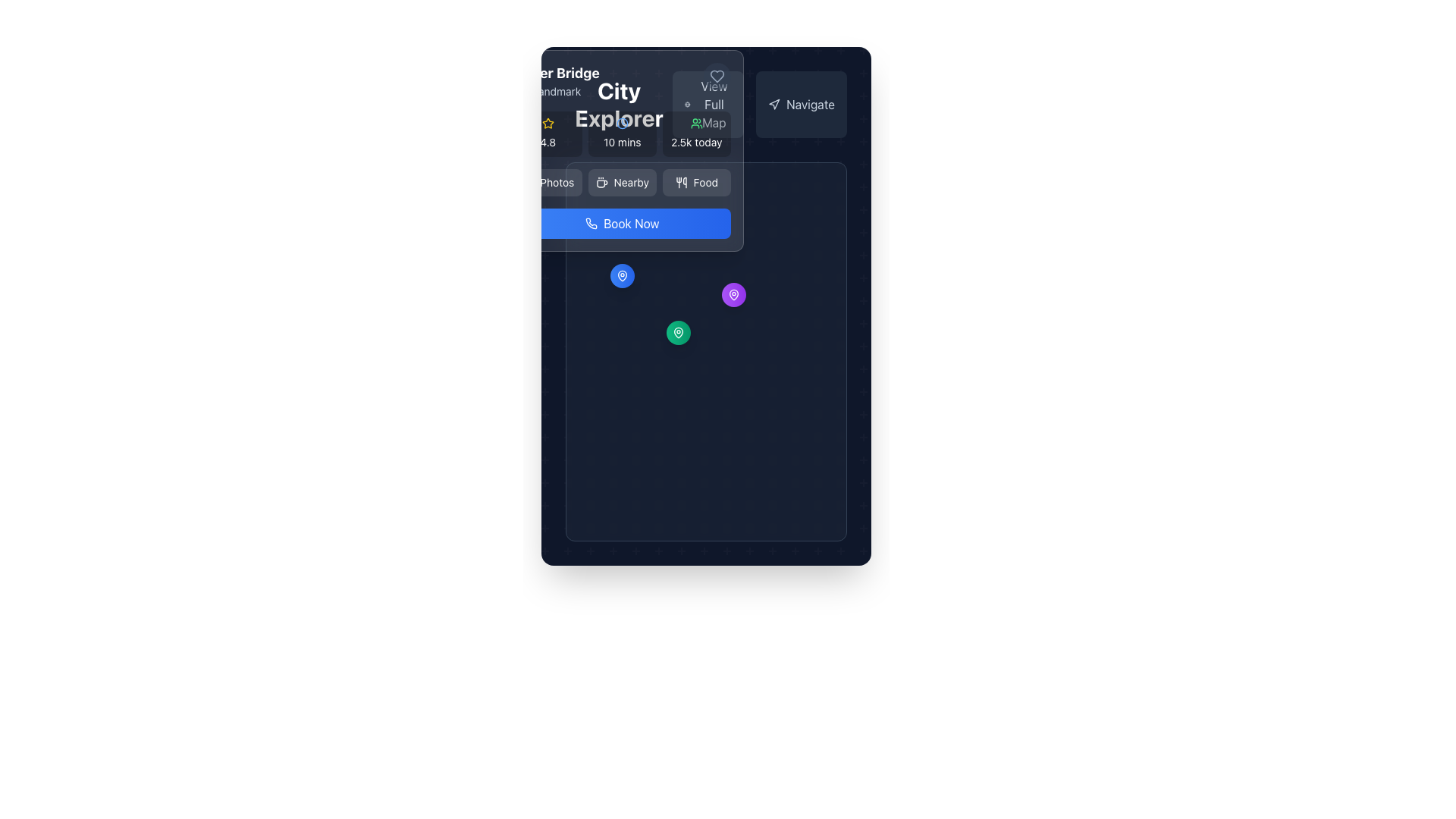 The image size is (1456, 819). What do you see at coordinates (705, 104) in the screenshot?
I see `the button located between the 'City Explorer' label and the 'Navigate' button` at bounding box center [705, 104].